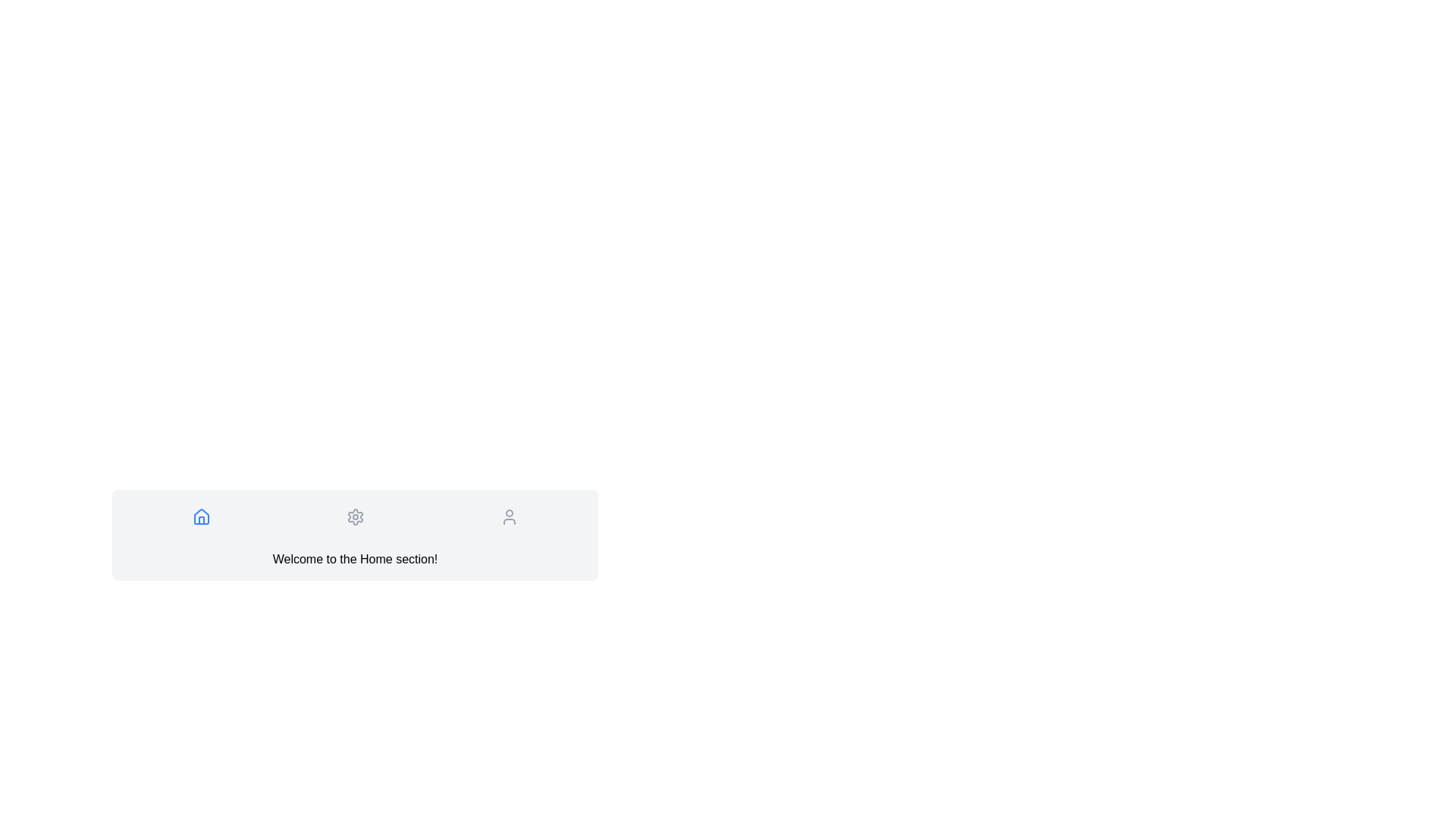 This screenshot has width=1456, height=819. I want to click on the settings icon button located in the center of the horizontal navigation bar, which is the second option among three interactive elements, so click(354, 516).